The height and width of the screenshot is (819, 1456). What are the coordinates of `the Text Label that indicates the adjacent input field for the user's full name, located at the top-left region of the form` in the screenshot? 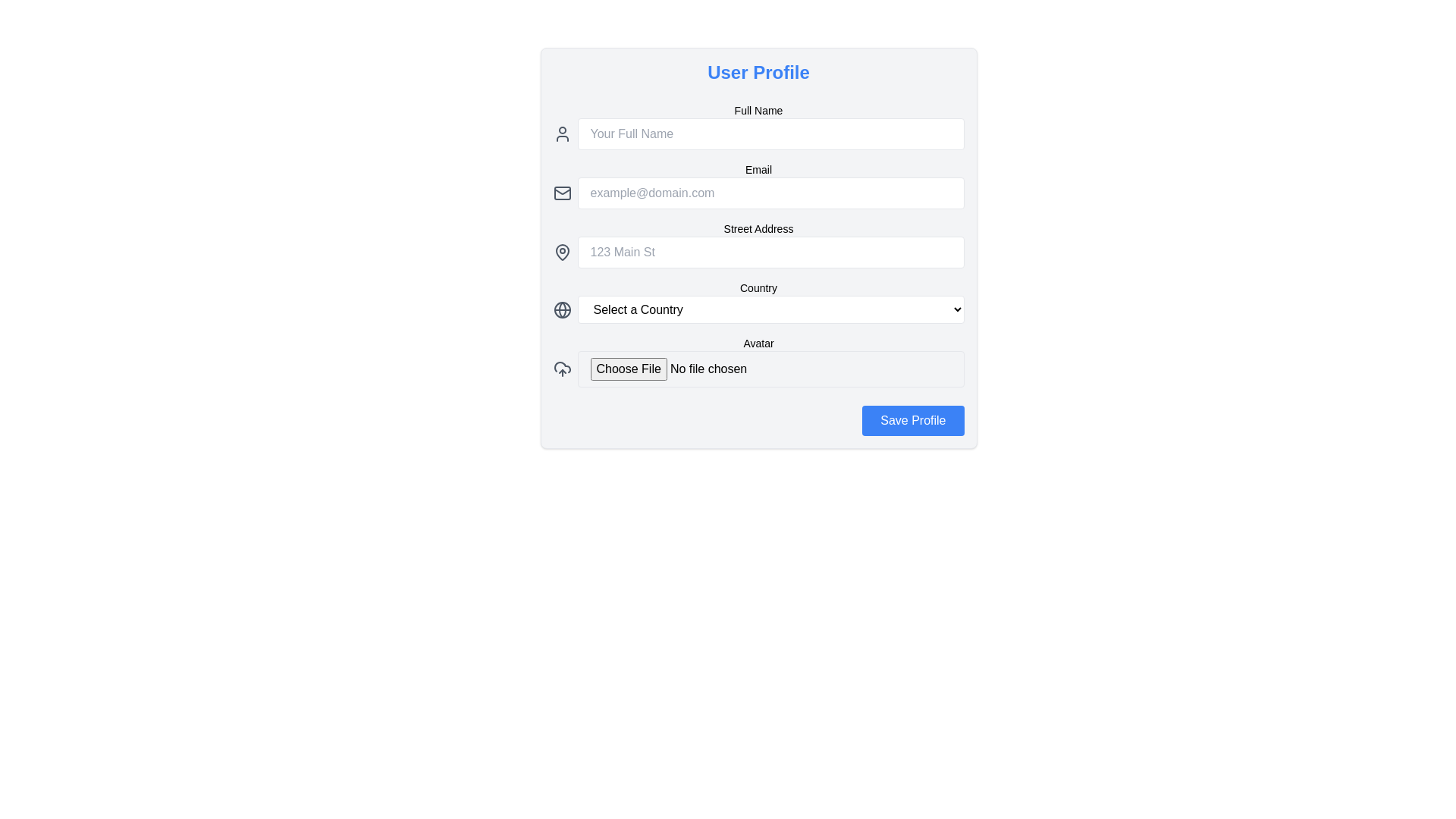 It's located at (758, 110).